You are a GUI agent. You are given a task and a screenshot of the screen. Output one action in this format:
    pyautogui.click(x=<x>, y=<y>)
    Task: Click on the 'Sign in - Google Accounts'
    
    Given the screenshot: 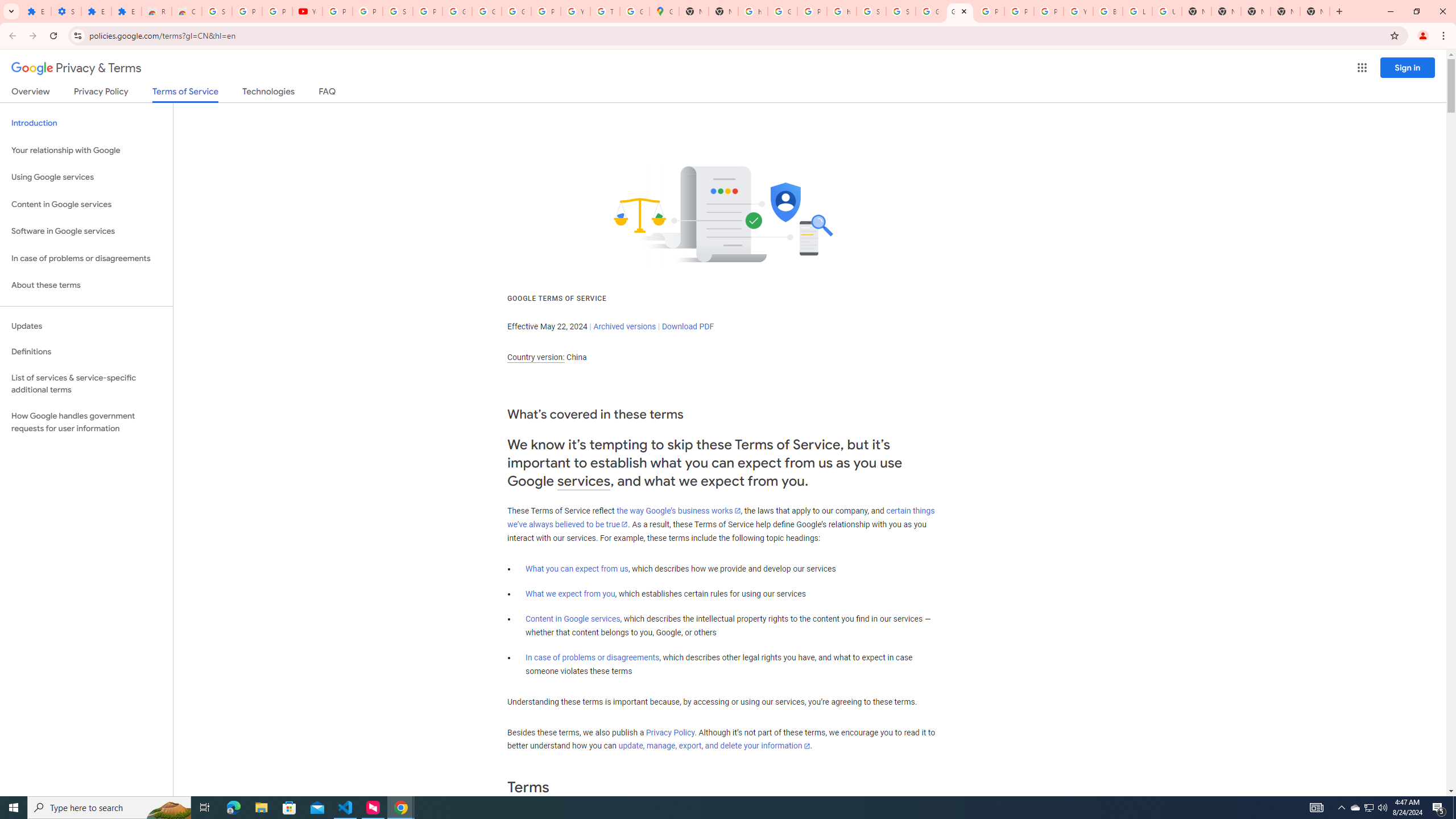 What is the action you would take?
    pyautogui.click(x=216, y=11)
    